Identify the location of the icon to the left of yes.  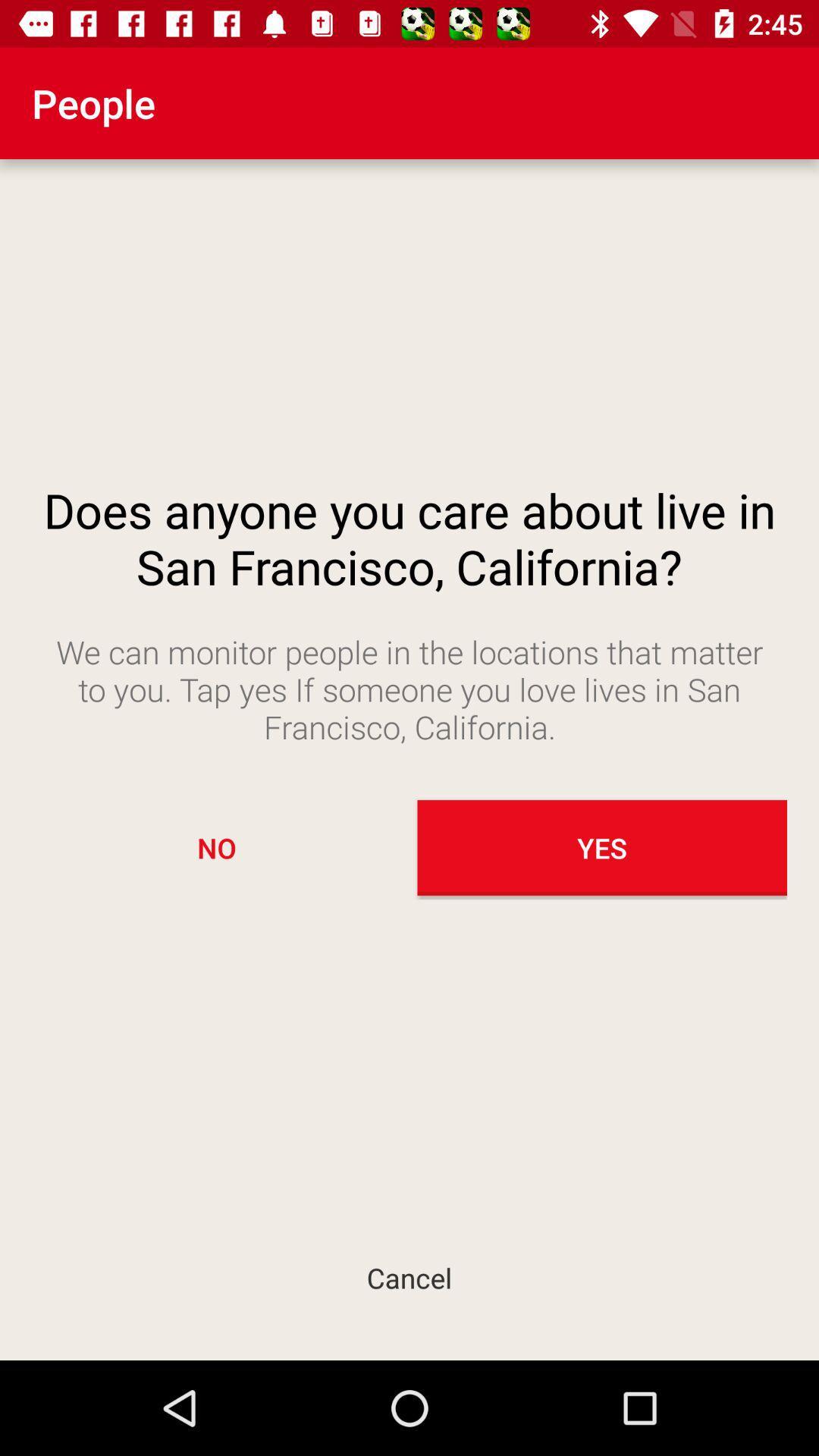
(216, 847).